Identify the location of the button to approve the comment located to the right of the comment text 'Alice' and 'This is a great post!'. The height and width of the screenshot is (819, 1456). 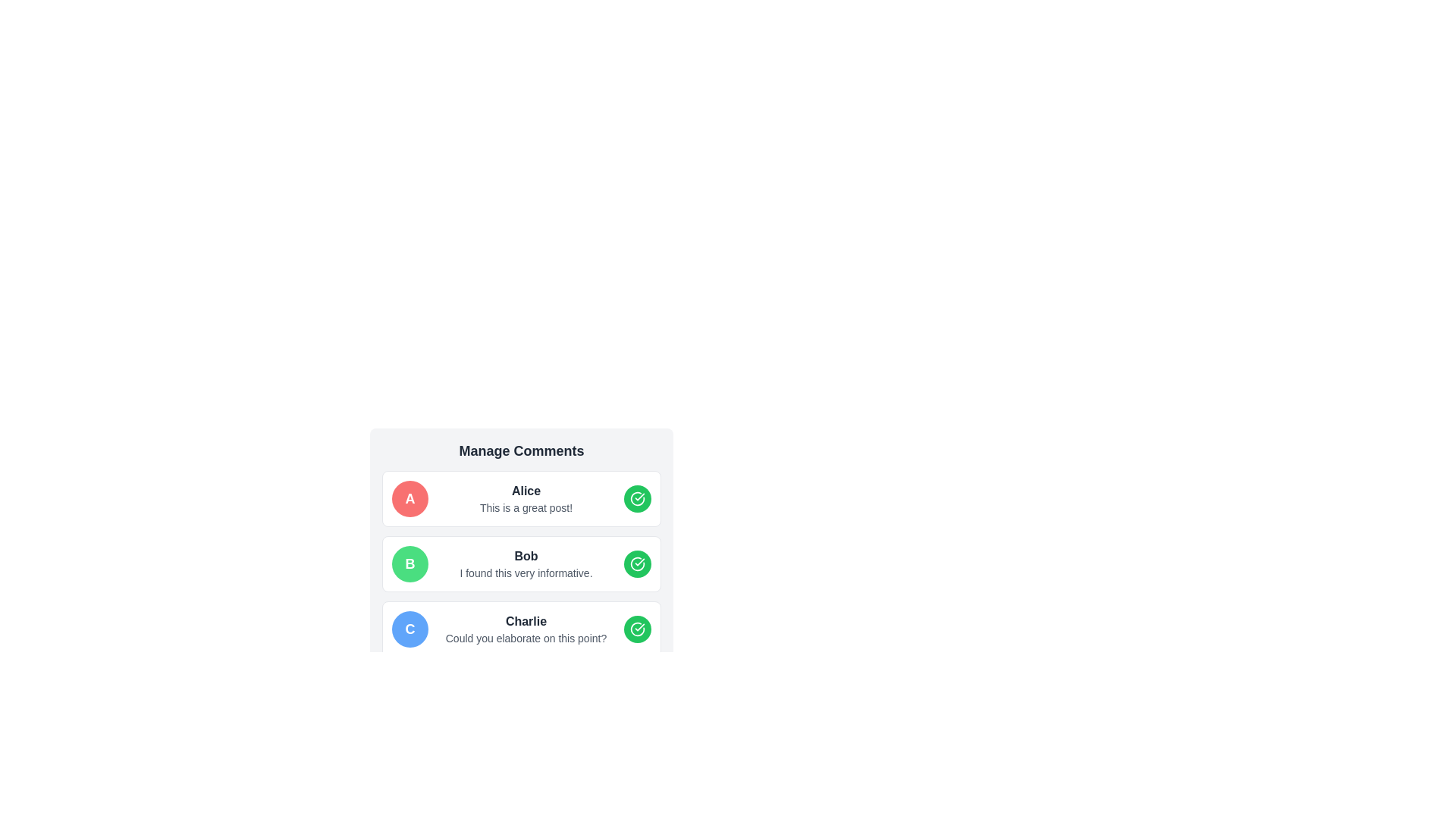
(637, 499).